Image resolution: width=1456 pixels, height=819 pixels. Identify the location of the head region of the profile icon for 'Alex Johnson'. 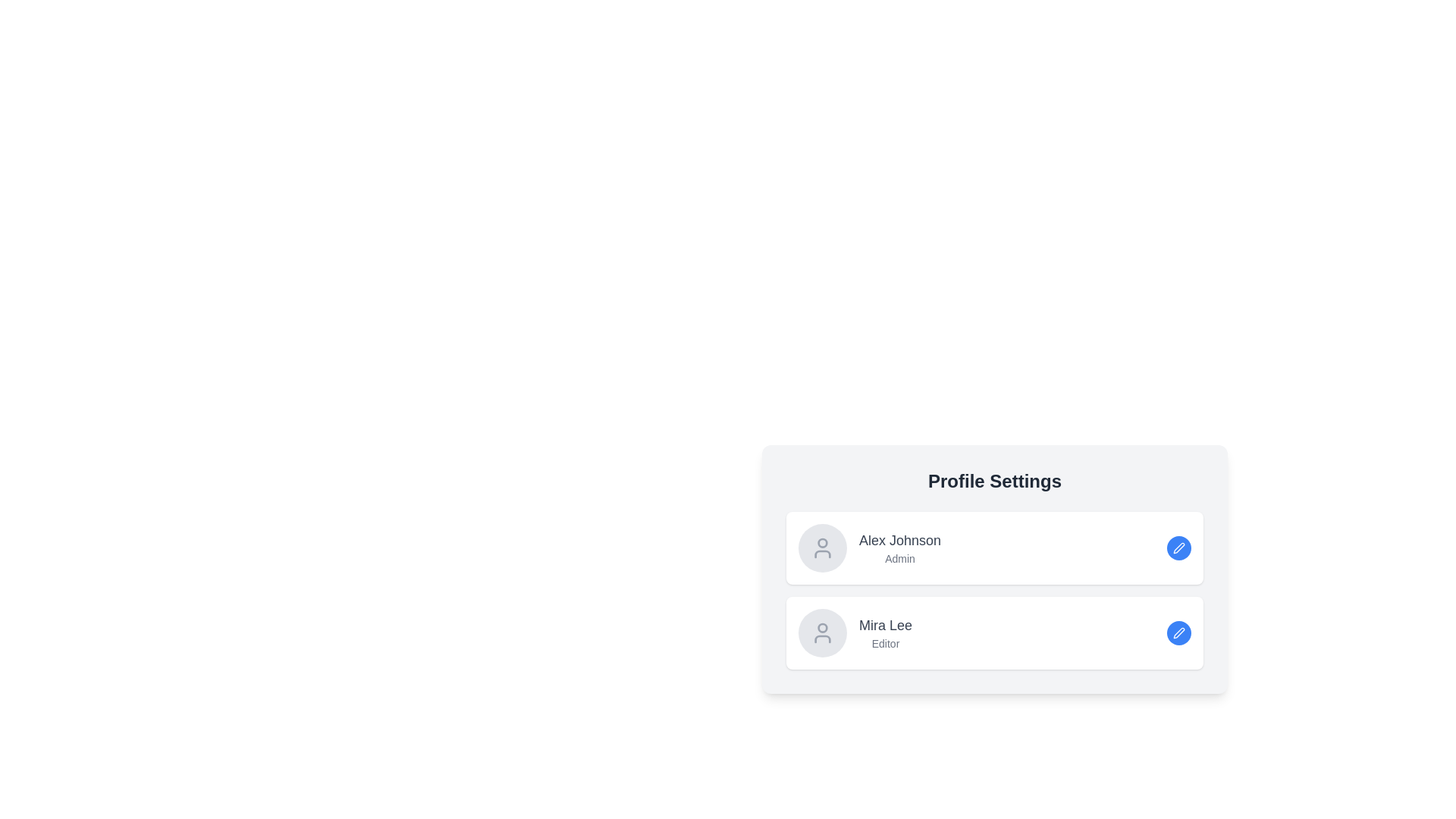
(821, 542).